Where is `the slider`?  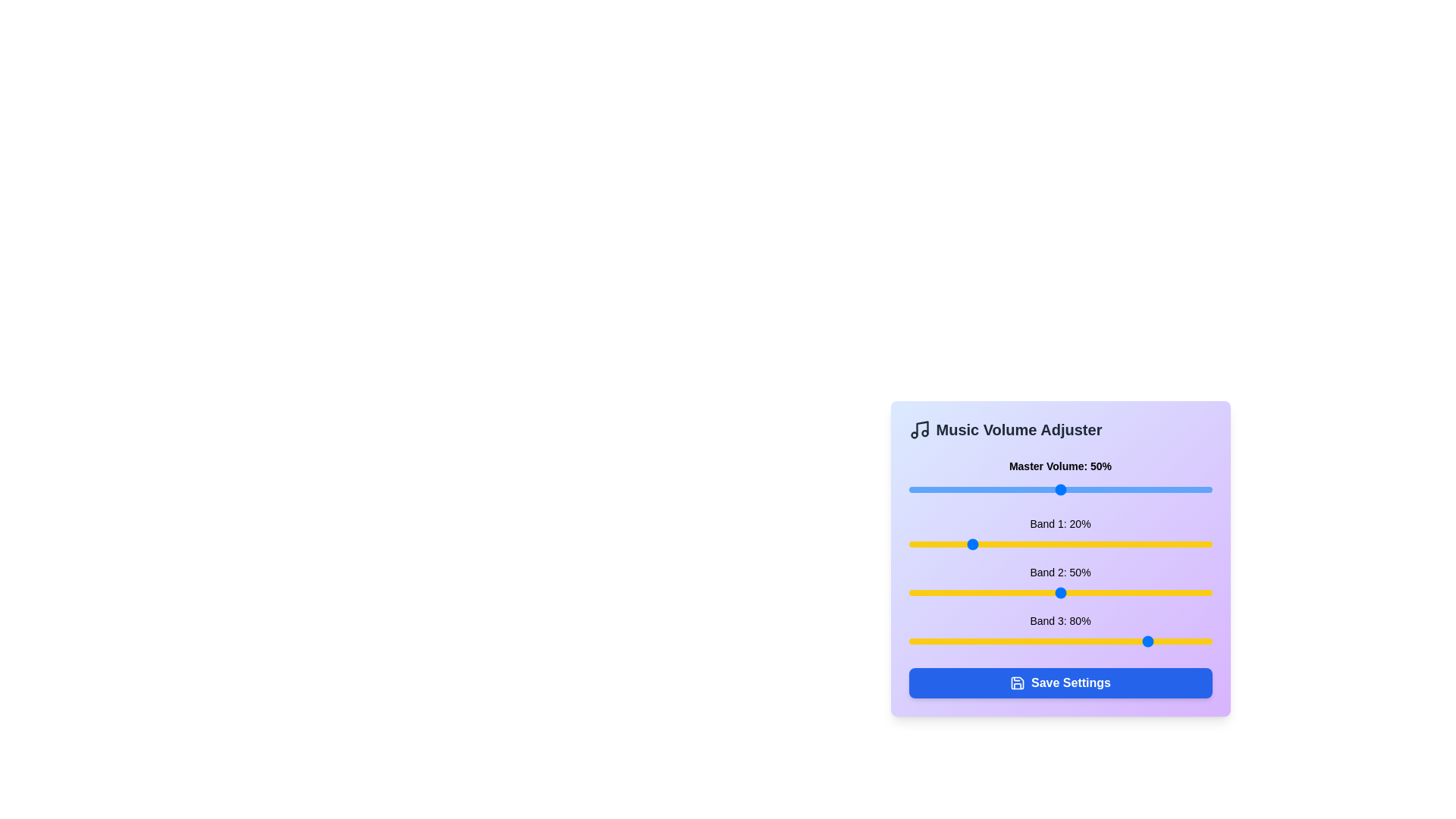 the slider is located at coordinates (1050, 489).